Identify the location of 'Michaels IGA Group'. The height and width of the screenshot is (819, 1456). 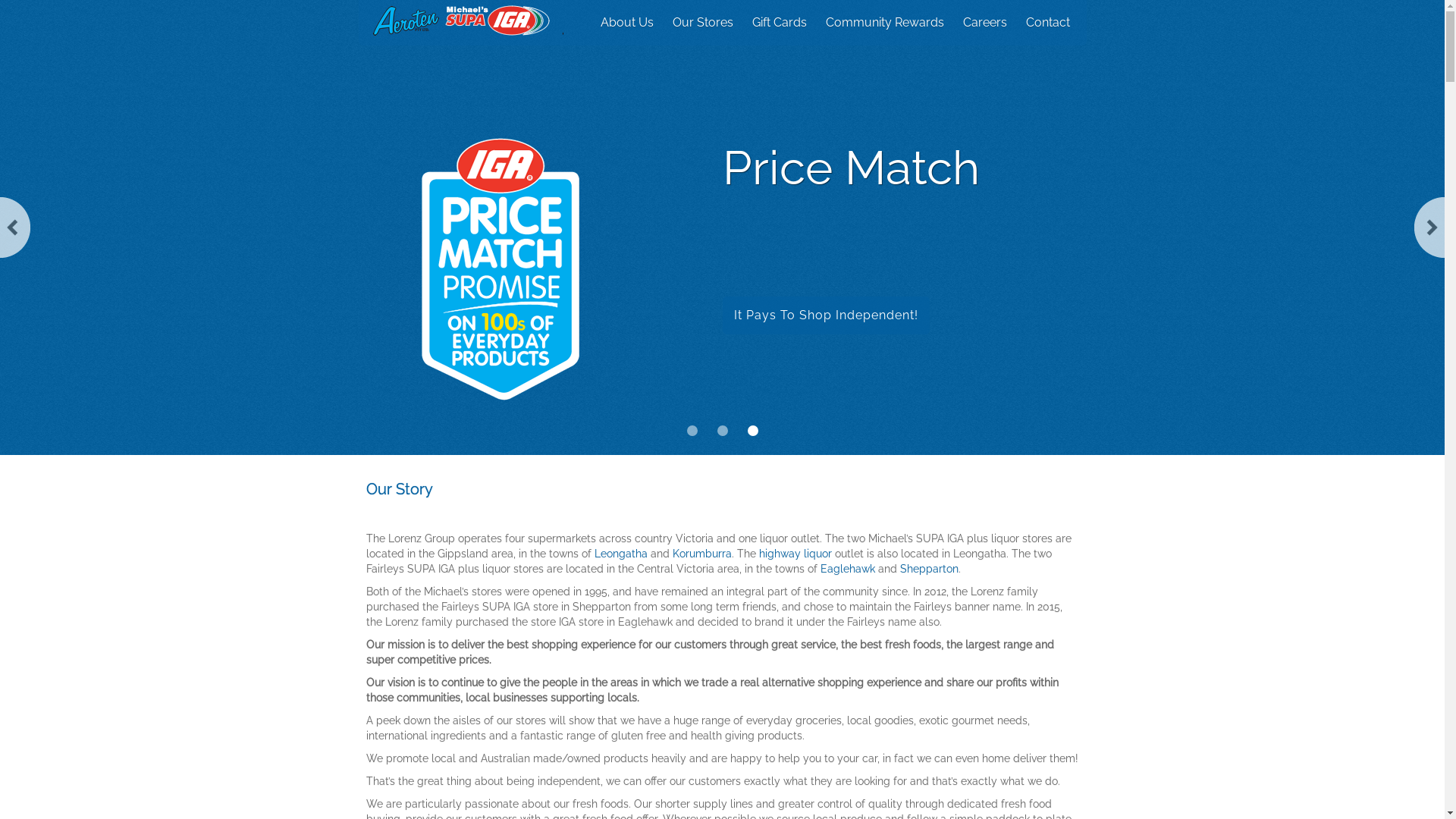
(463, 20).